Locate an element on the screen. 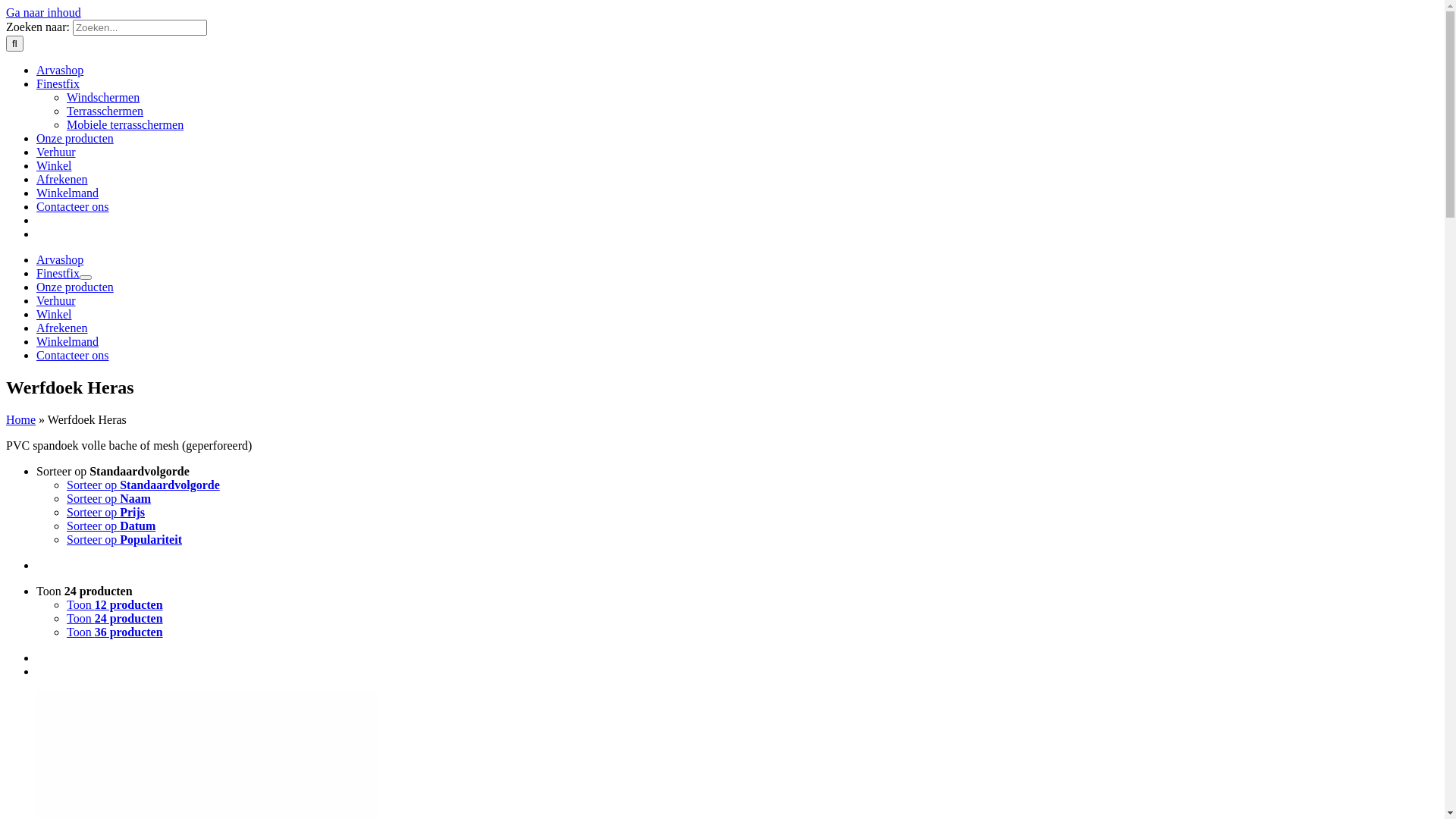 The image size is (1456, 819). 'Windschermen' is located at coordinates (102, 97).